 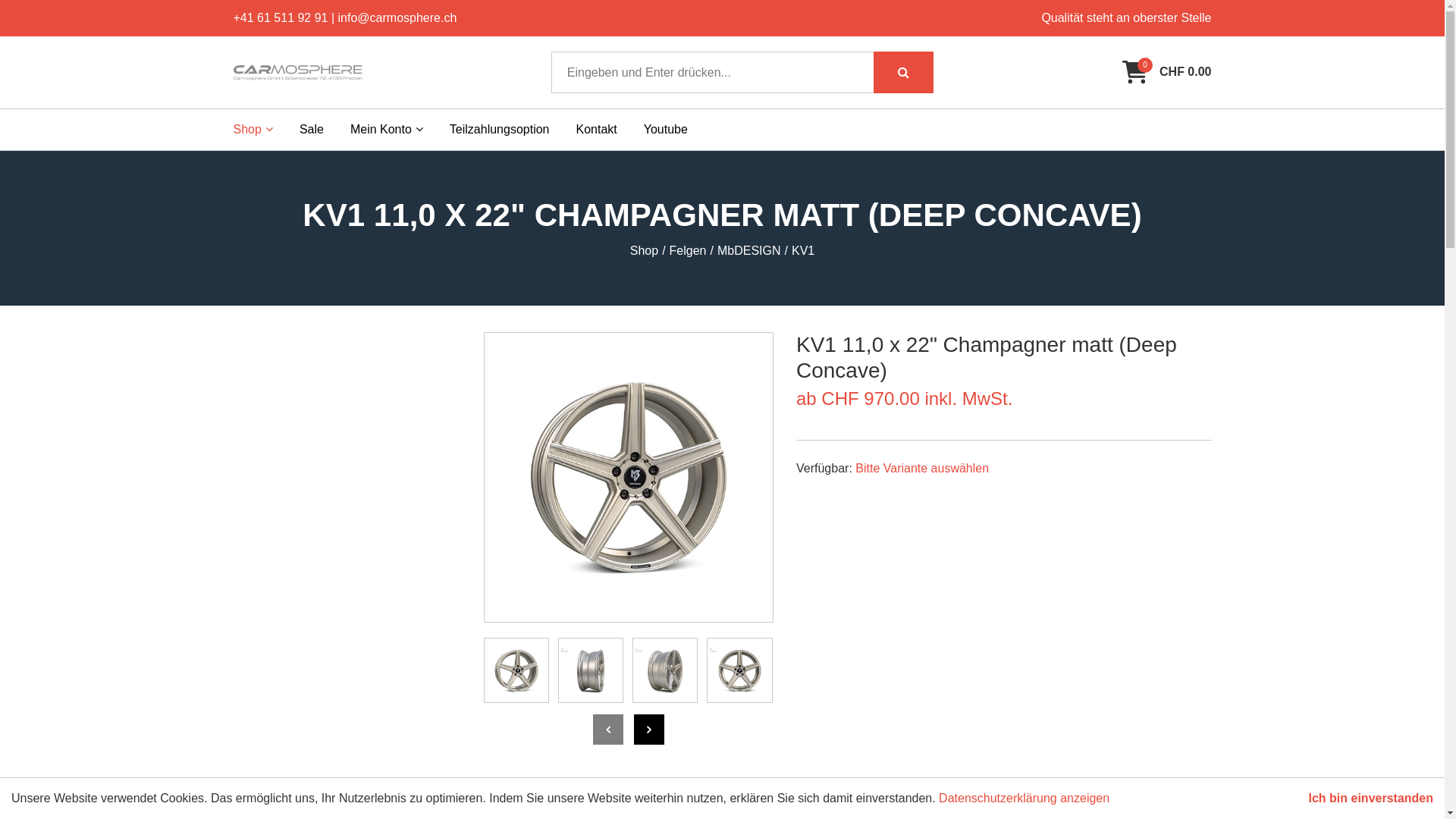 What do you see at coordinates (349, 128) in the screenshot?
I see `'Mein Konto'` at bounding box center [349, 128].